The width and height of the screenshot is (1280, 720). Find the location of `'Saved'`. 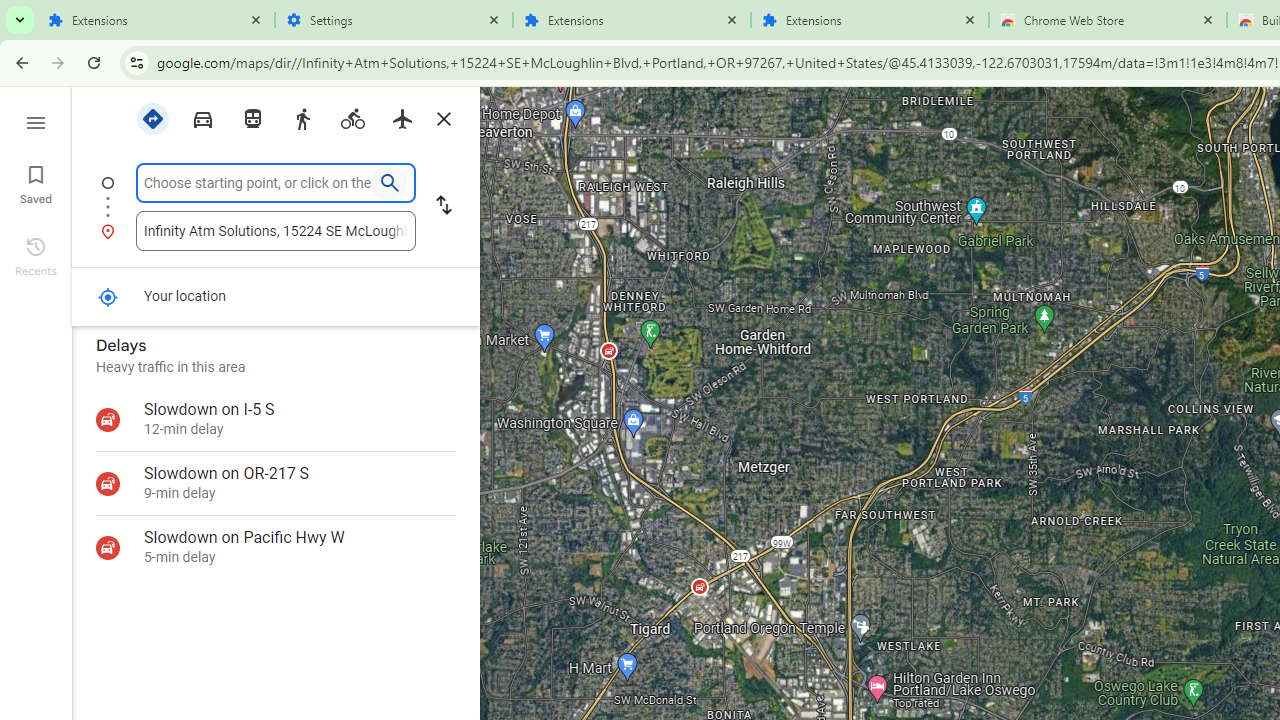

'Saved' is located at coordinates (35, 182).